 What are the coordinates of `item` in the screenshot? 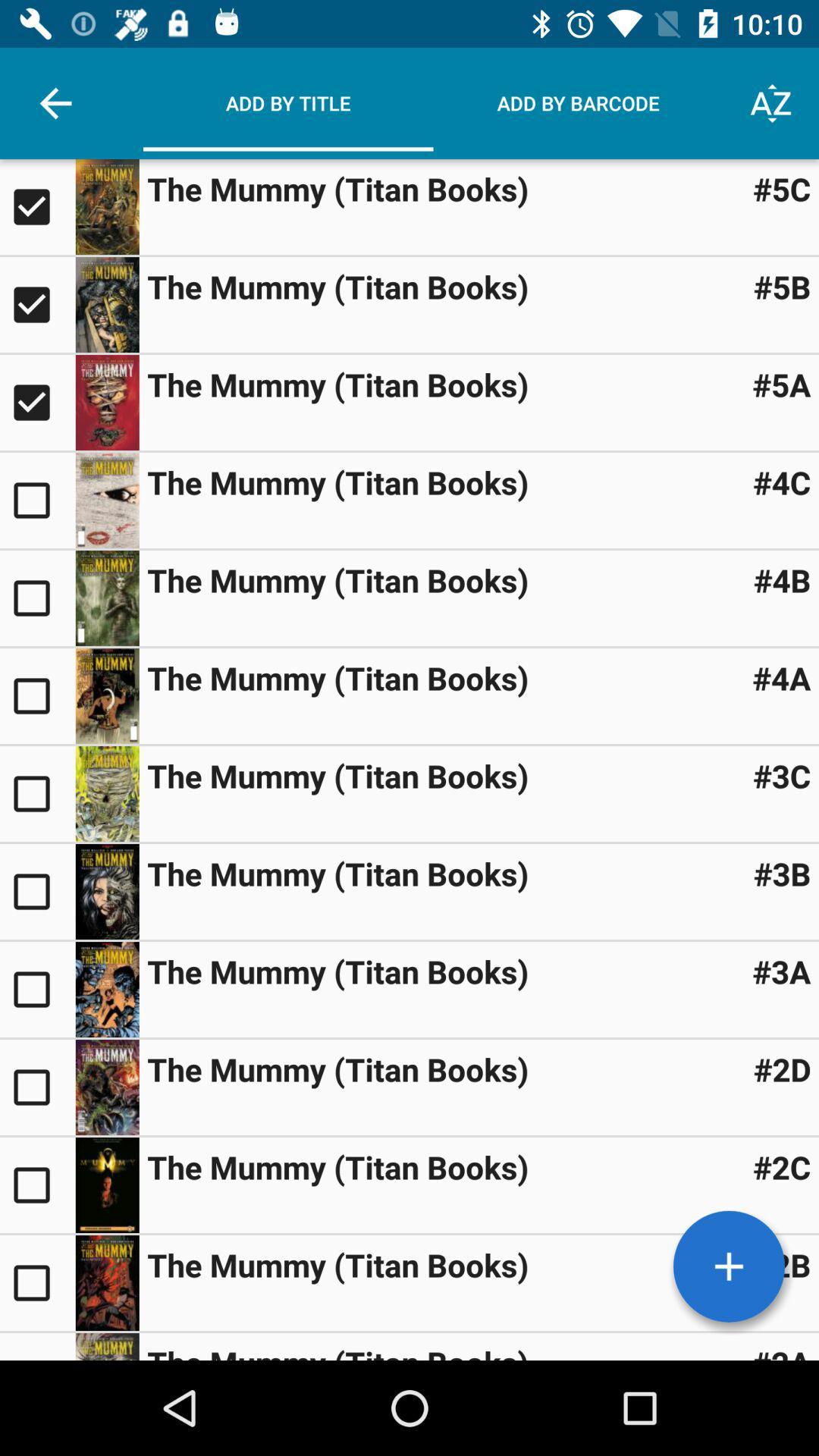 It's located at (106, 304).